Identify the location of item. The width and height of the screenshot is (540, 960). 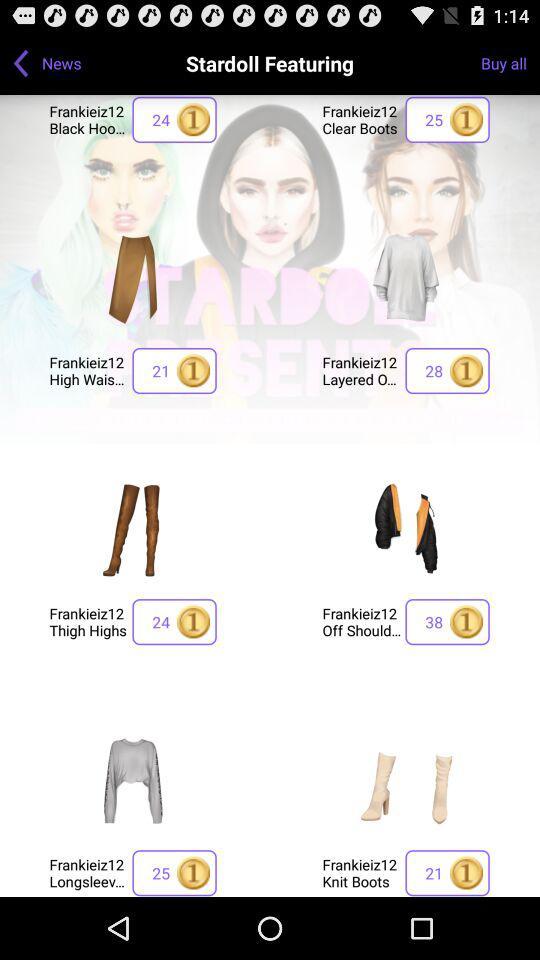
(405, 779).